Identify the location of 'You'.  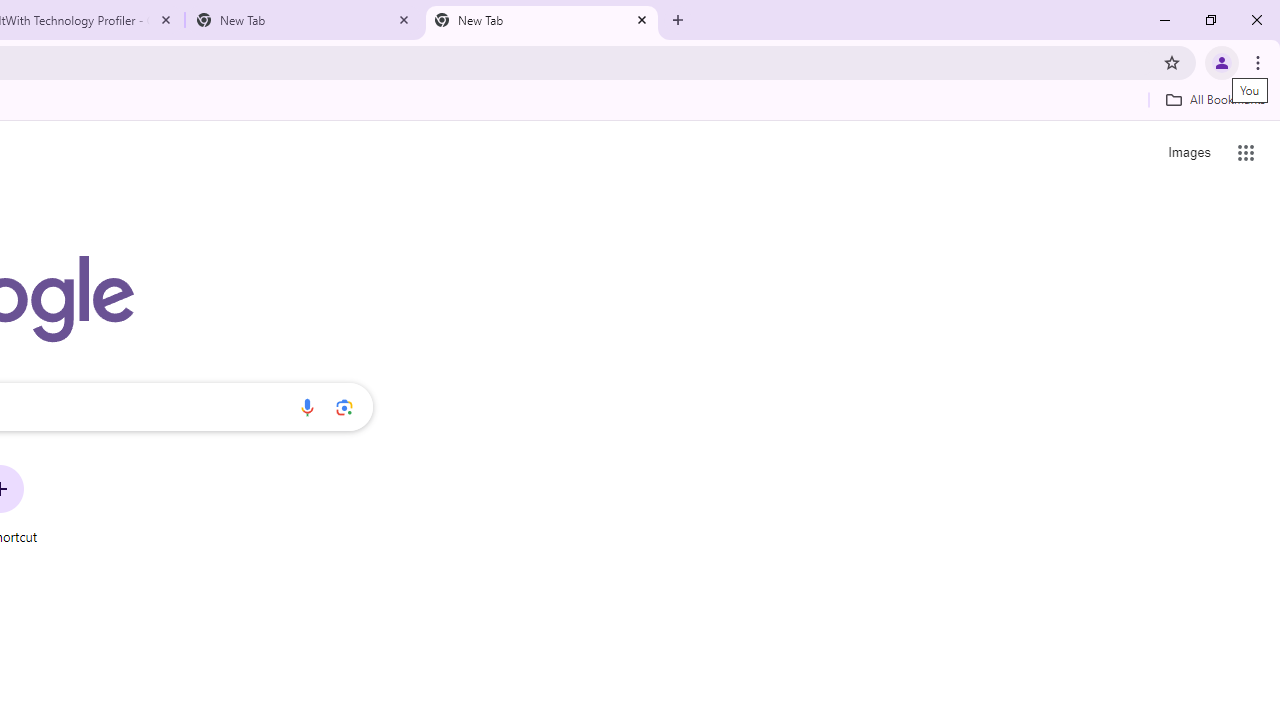
(1220, 61).